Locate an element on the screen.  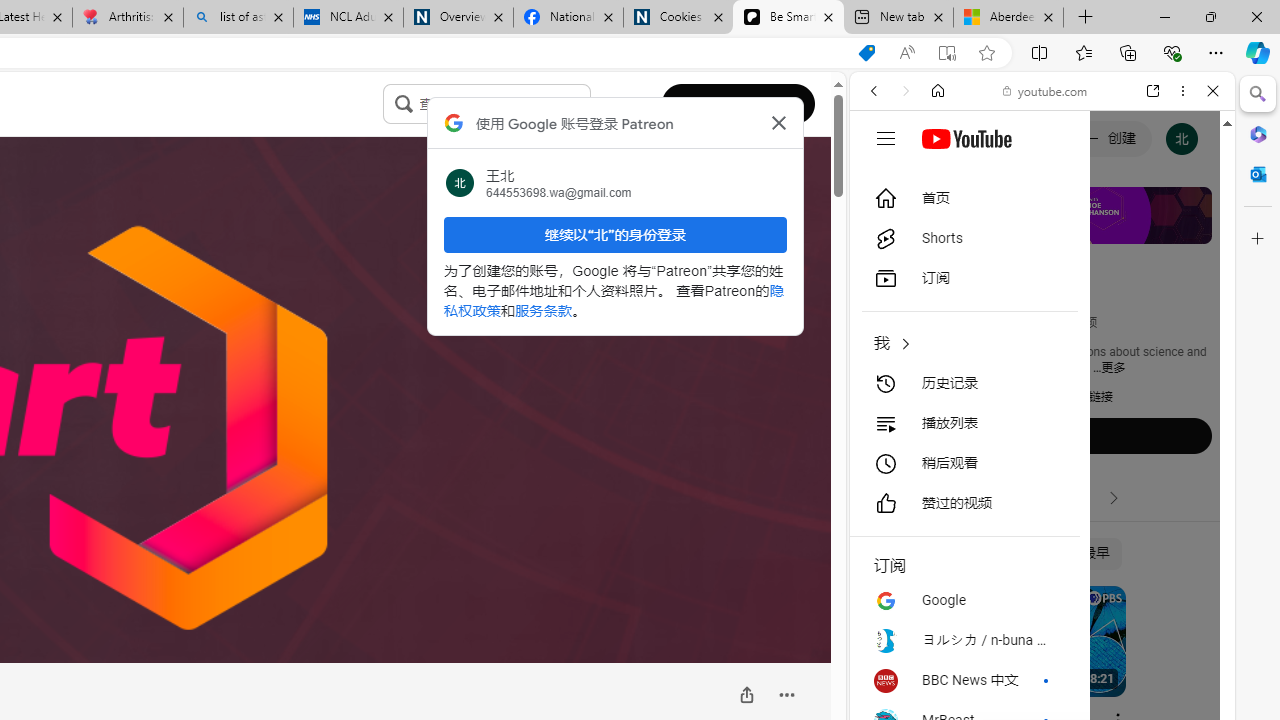
'Search videos from youtube.com' is located at coordinates (1006, 658).